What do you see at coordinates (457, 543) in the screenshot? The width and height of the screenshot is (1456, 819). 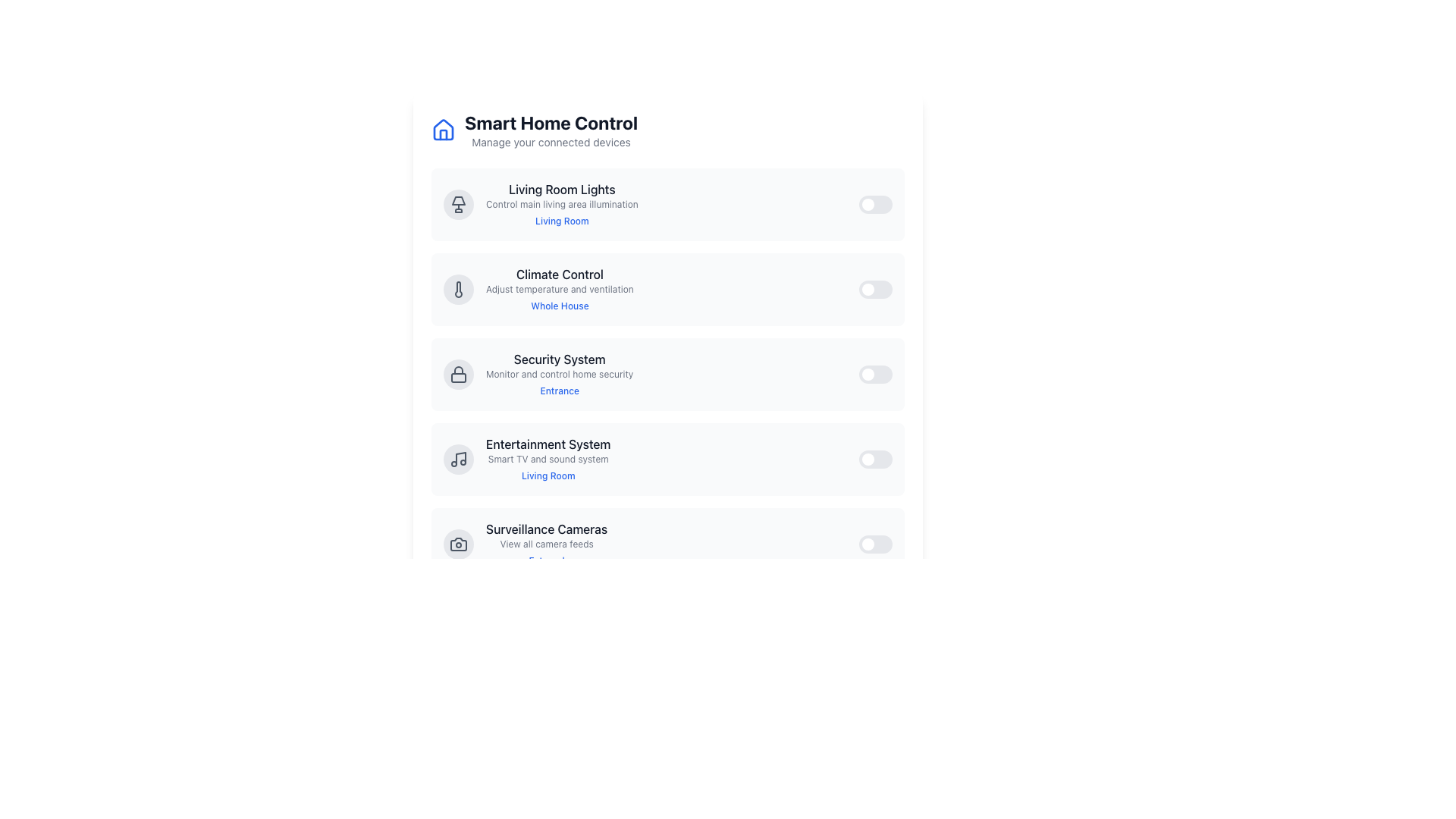 I see `the Surveillance Cameras icon in the Smart Home Control interface, which visually indicates the camera functionality and is positioned to the left of the section title and description` at bounding box center [457, 543].